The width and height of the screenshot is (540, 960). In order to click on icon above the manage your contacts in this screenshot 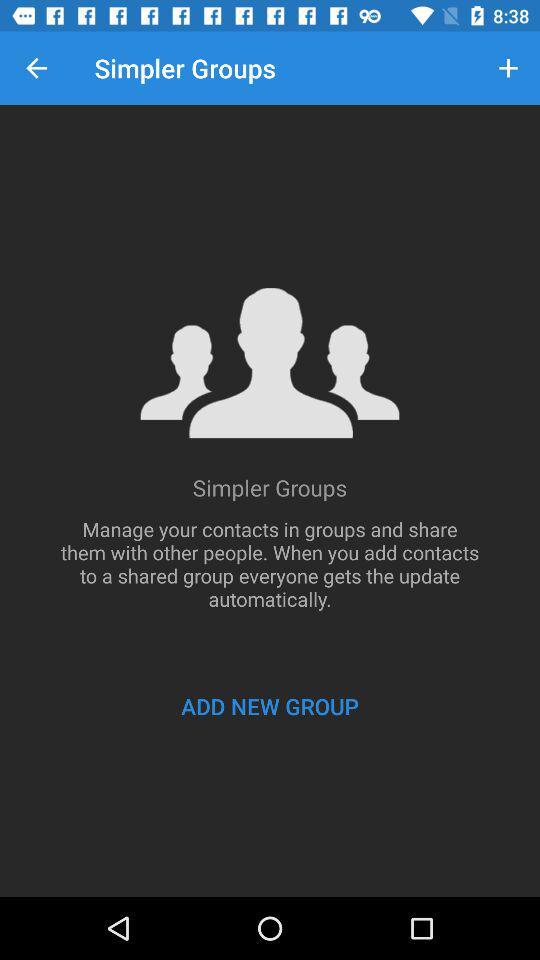, I will do `click(36, 68)`.